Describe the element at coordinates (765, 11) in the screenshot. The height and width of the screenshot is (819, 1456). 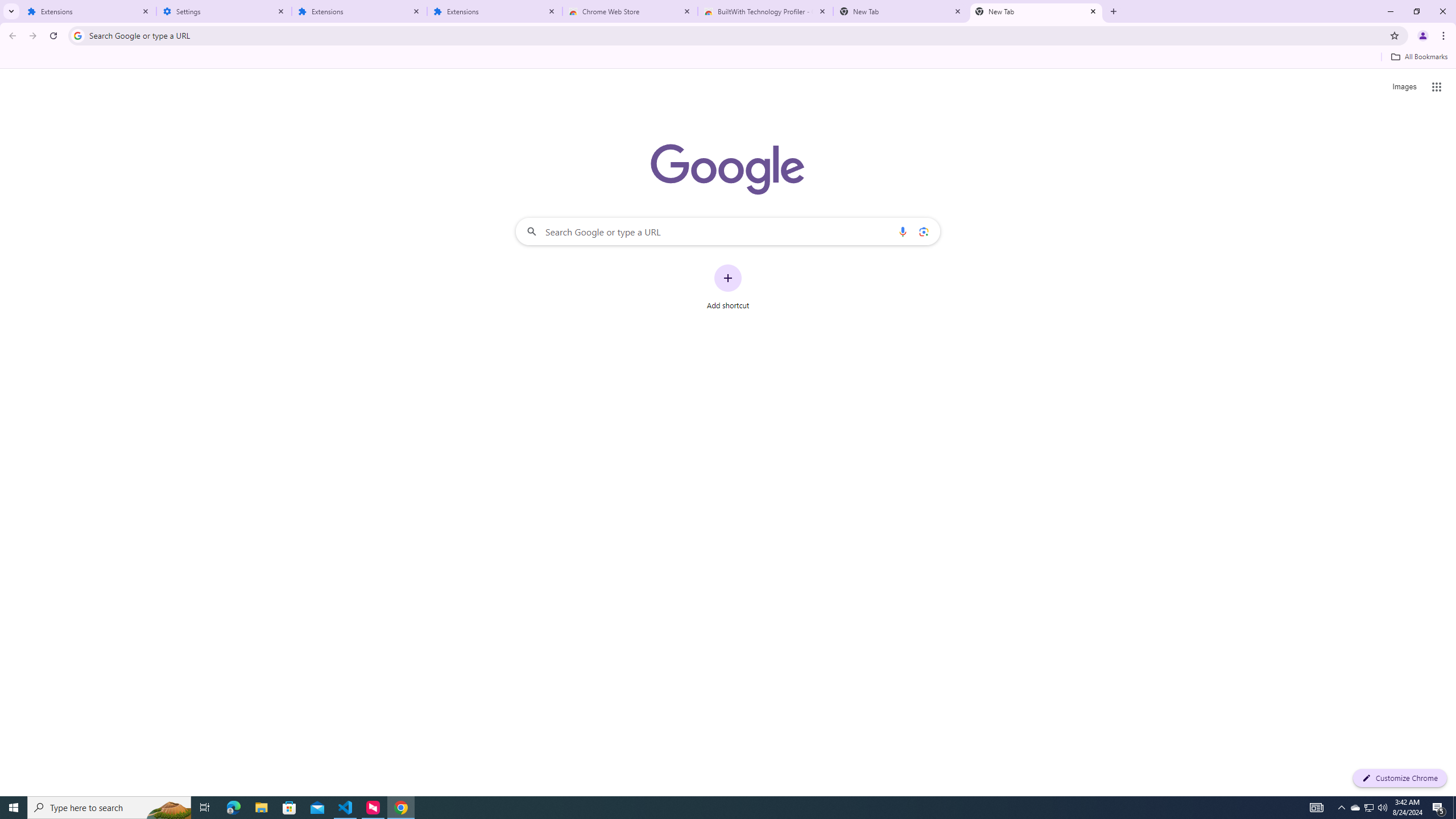
I see `'BuiltWith Technology Profiler - Chrome Web Store'` at that location.